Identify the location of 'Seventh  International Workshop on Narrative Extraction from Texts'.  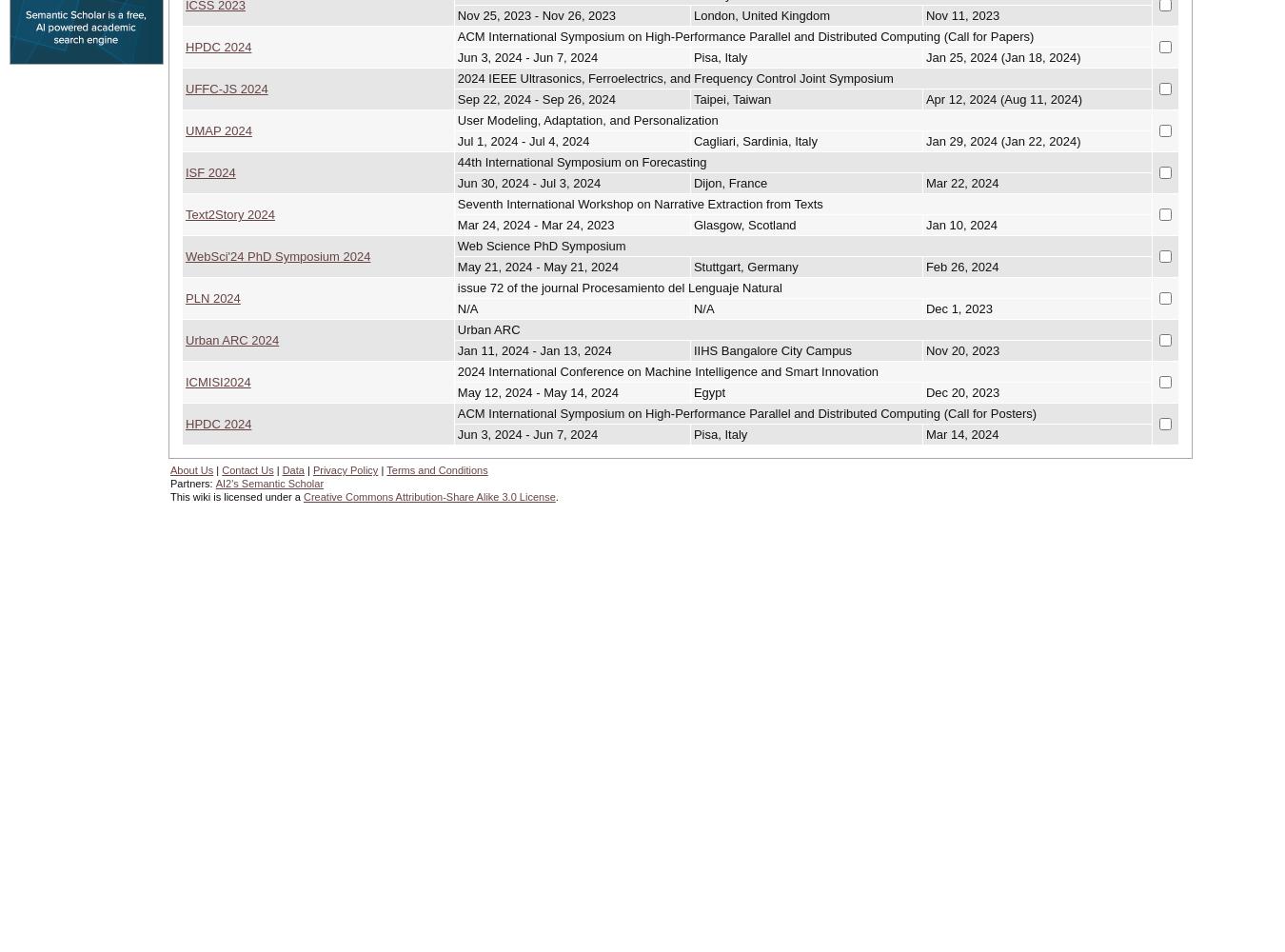
(640, 202).